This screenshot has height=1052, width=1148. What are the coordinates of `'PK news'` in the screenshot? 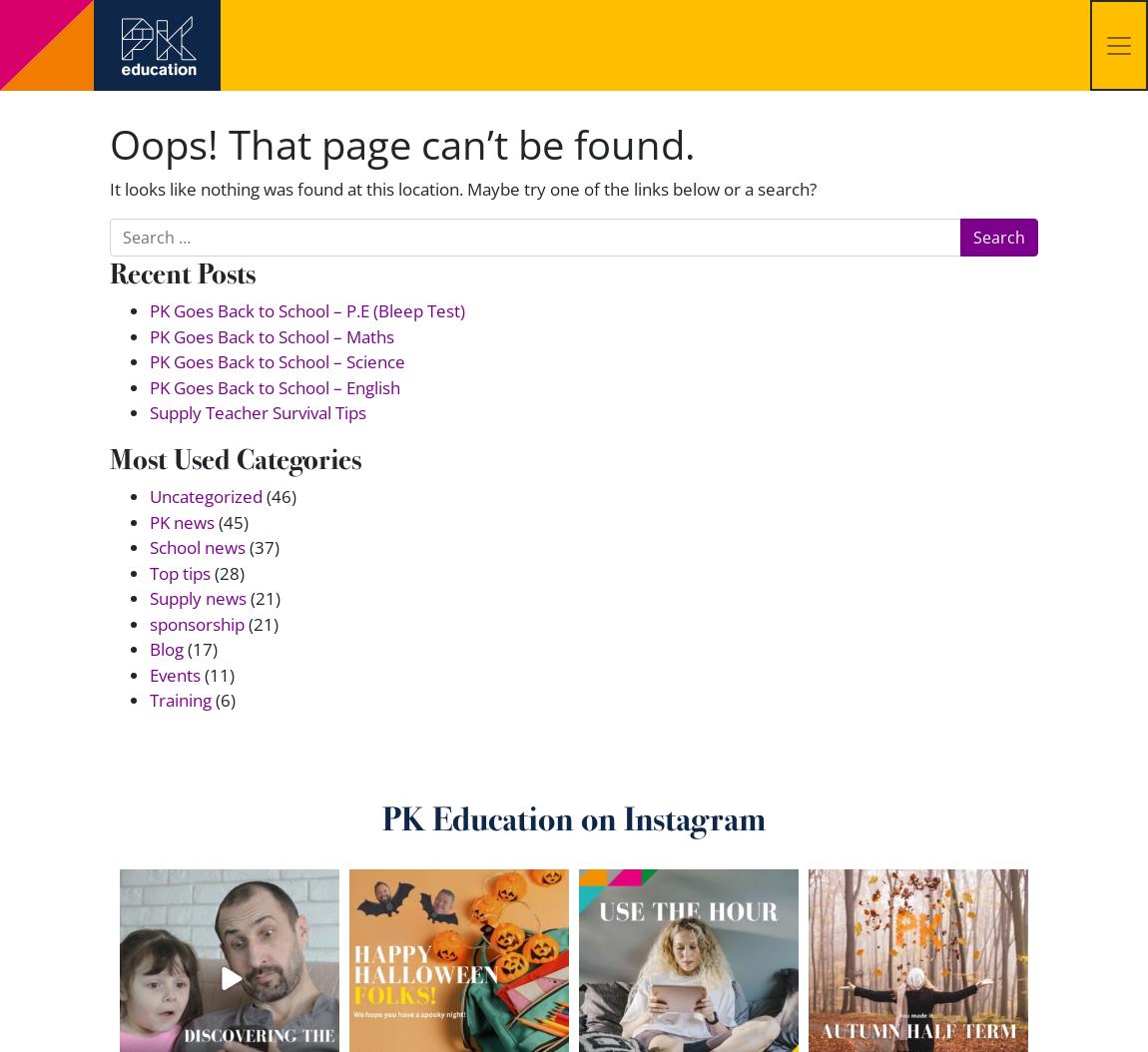 It's located at (148, 520).